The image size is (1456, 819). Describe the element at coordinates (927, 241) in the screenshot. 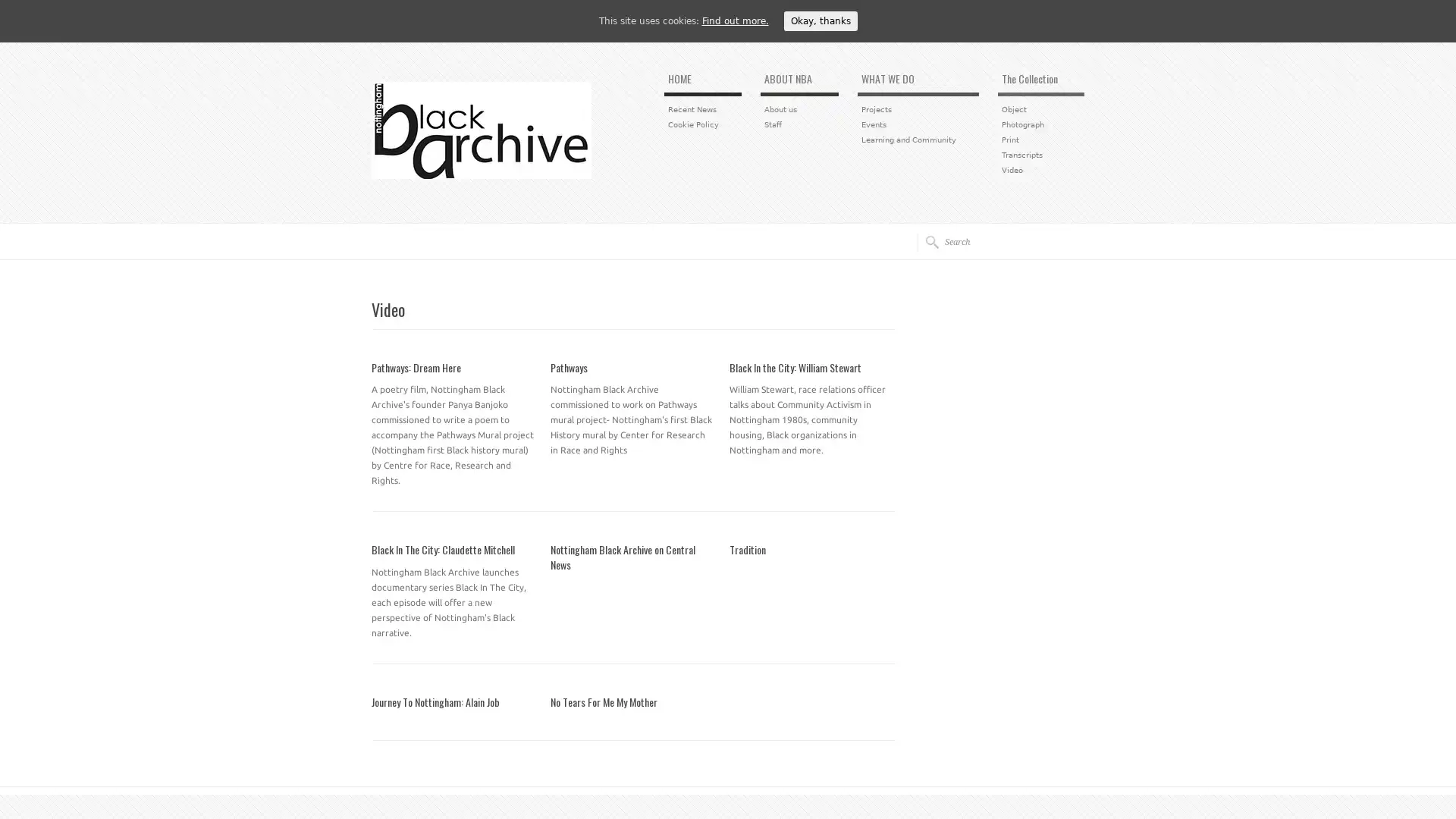

I see `Search` at that location.